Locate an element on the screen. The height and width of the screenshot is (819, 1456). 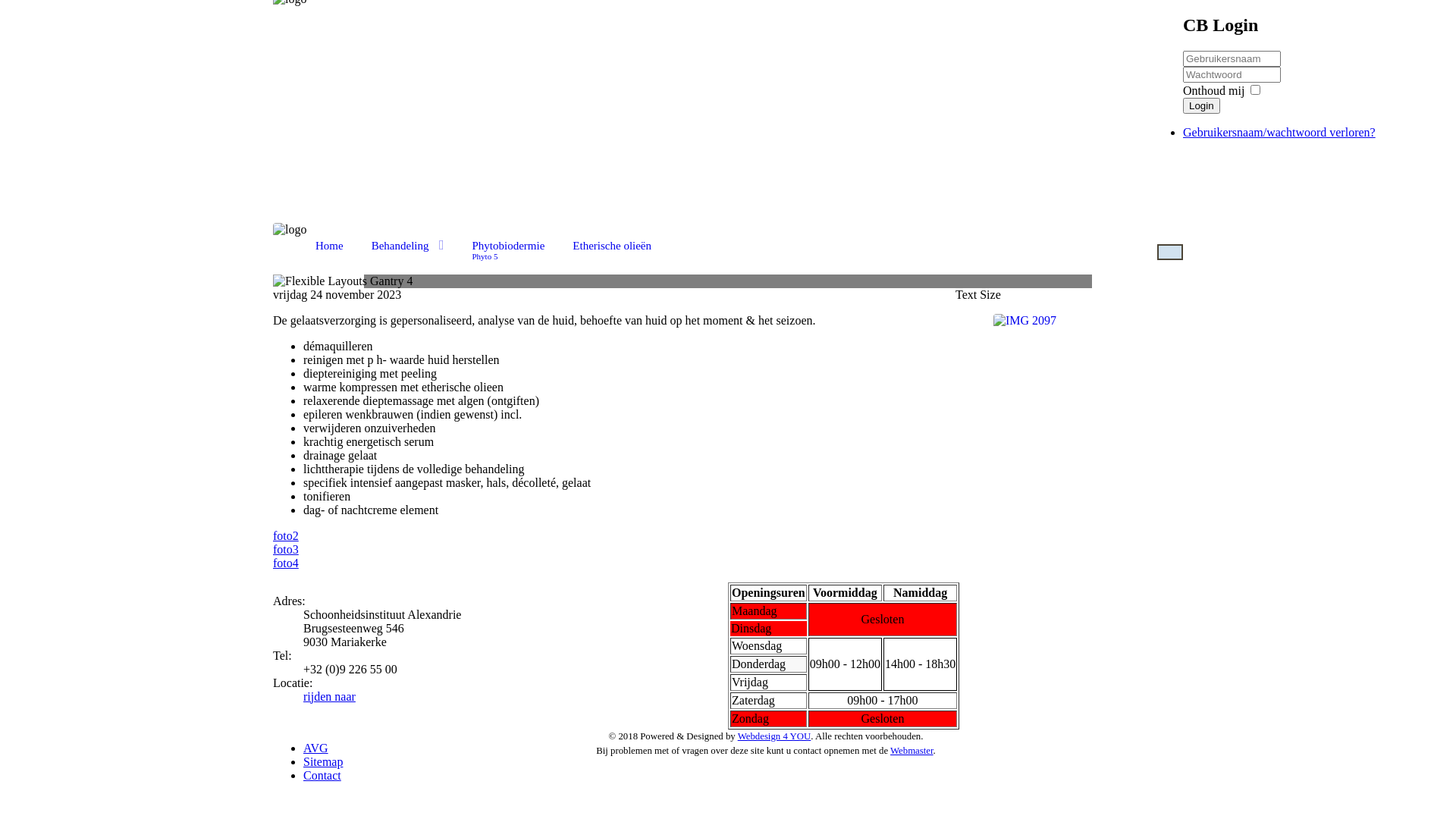
'rijden naar' is located at coordinates (328, 696).